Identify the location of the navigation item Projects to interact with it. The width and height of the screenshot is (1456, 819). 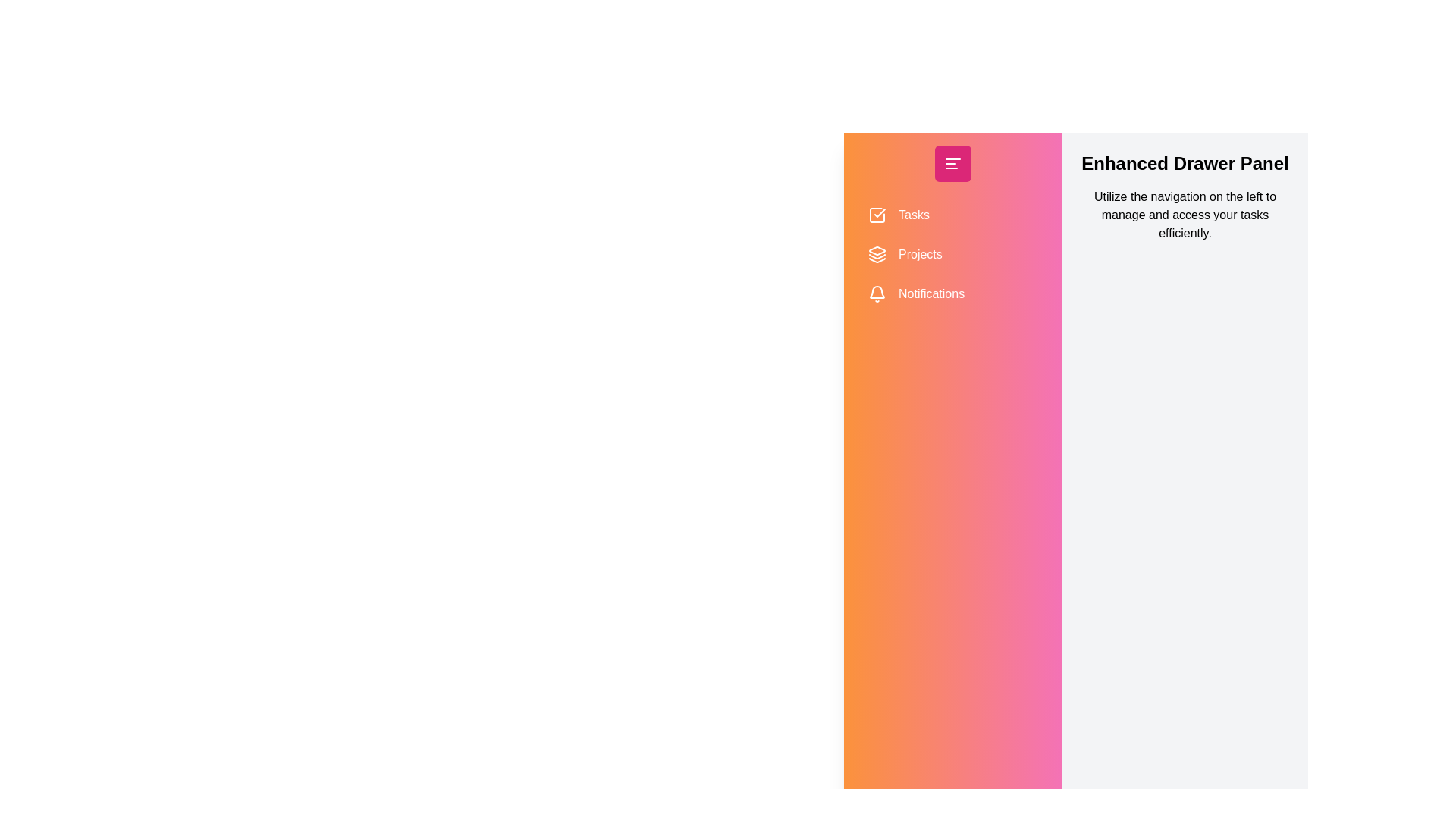
(952, 253).